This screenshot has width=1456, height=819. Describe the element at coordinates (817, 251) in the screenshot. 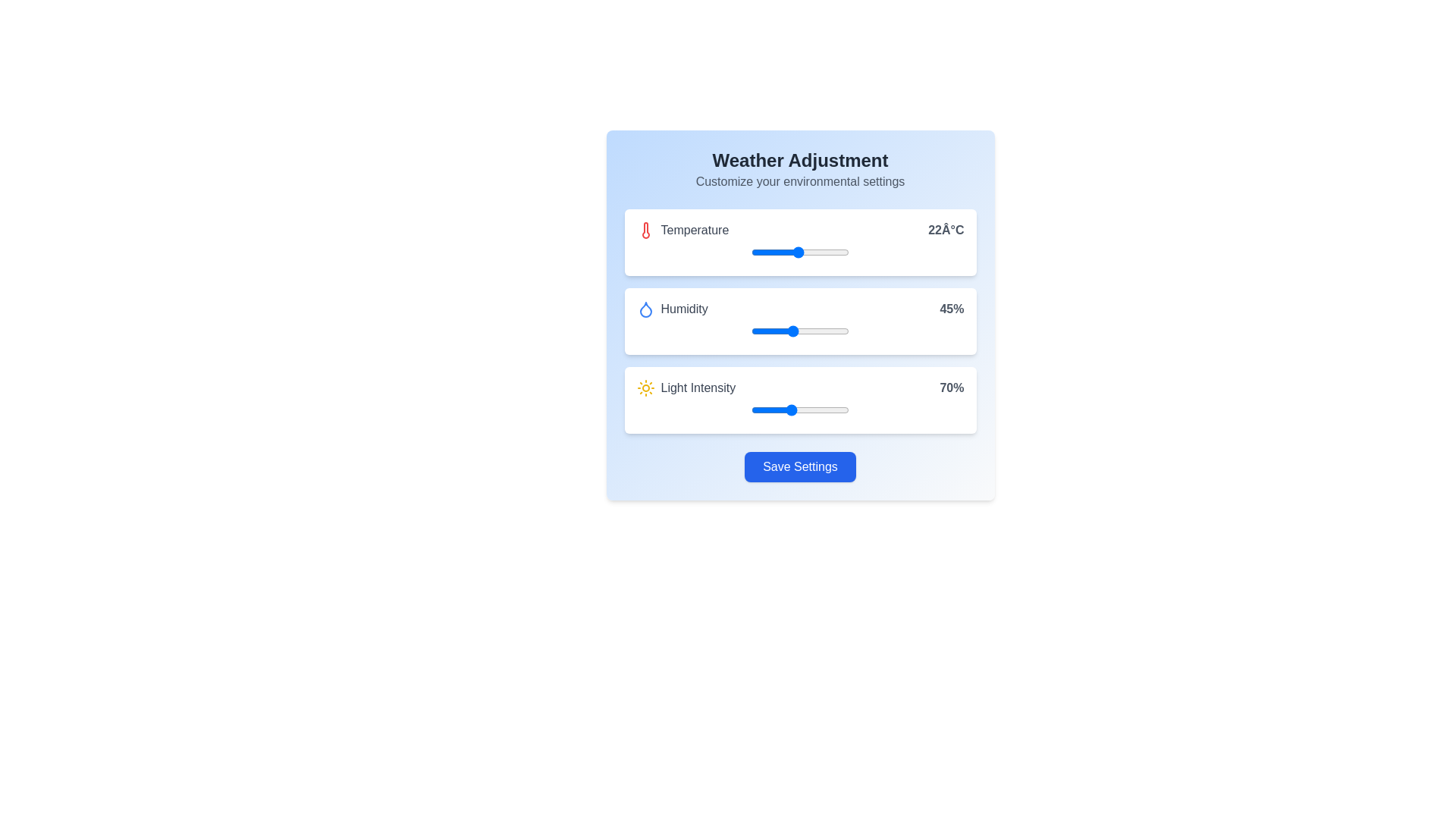

I see `the temperature` at that location.